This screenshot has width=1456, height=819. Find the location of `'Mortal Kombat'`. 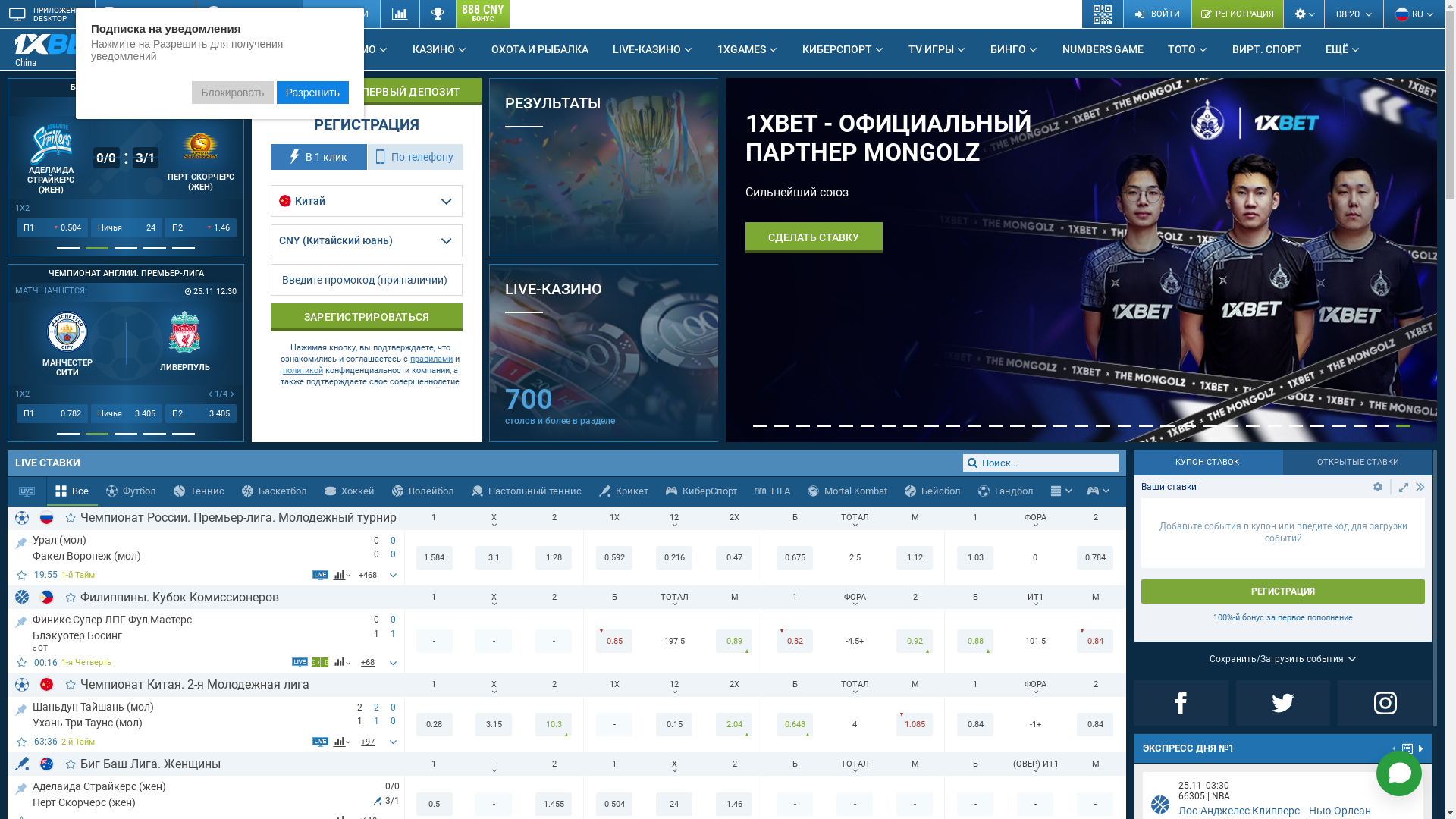

'Mortal Kombat' is located at coordinates (847, 491).